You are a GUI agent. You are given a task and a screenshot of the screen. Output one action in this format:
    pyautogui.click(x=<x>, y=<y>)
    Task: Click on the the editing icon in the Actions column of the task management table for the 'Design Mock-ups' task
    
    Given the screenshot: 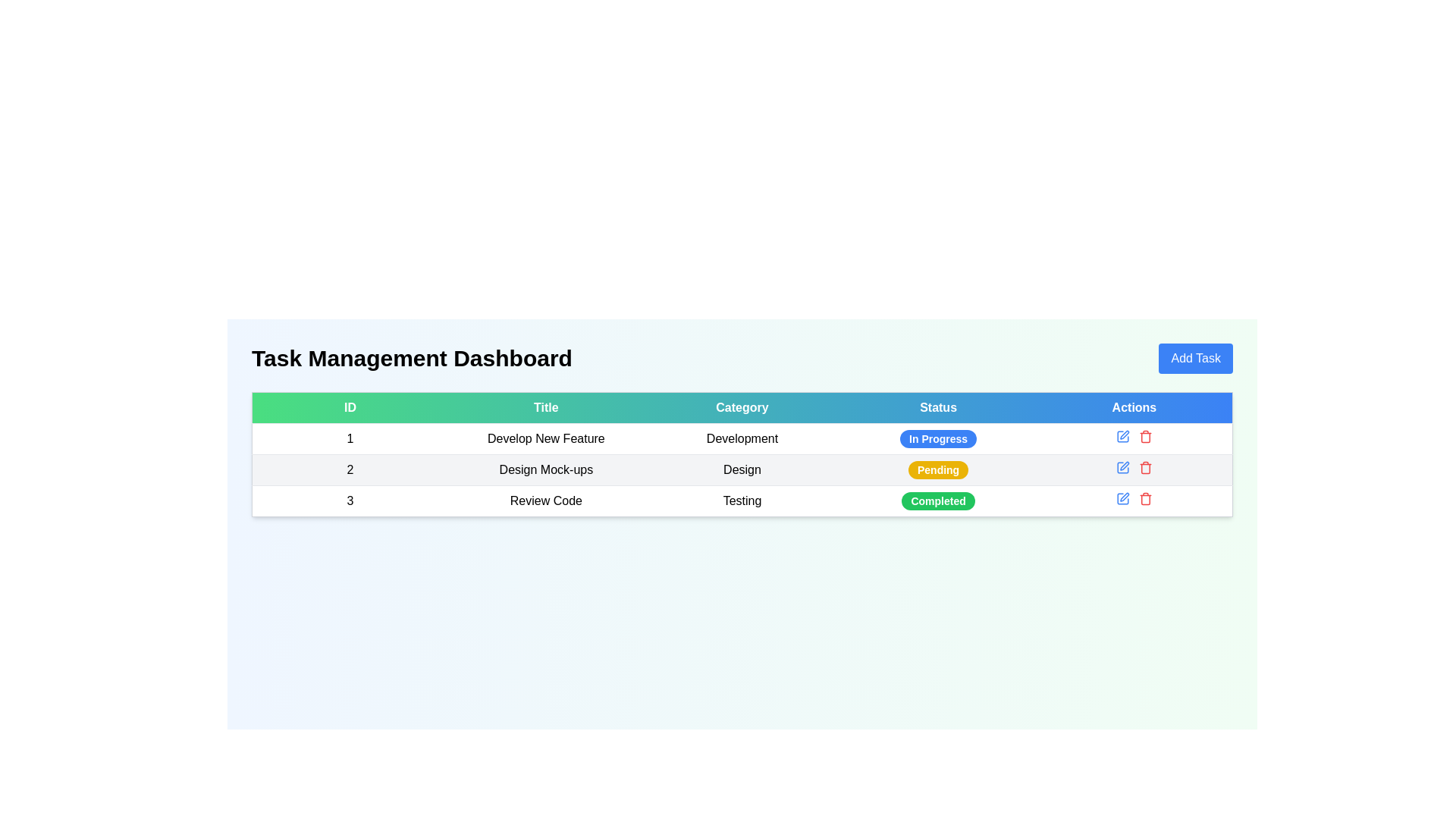 What is the action you would take?
    pyautogui.click(x=1122, y=467)
    